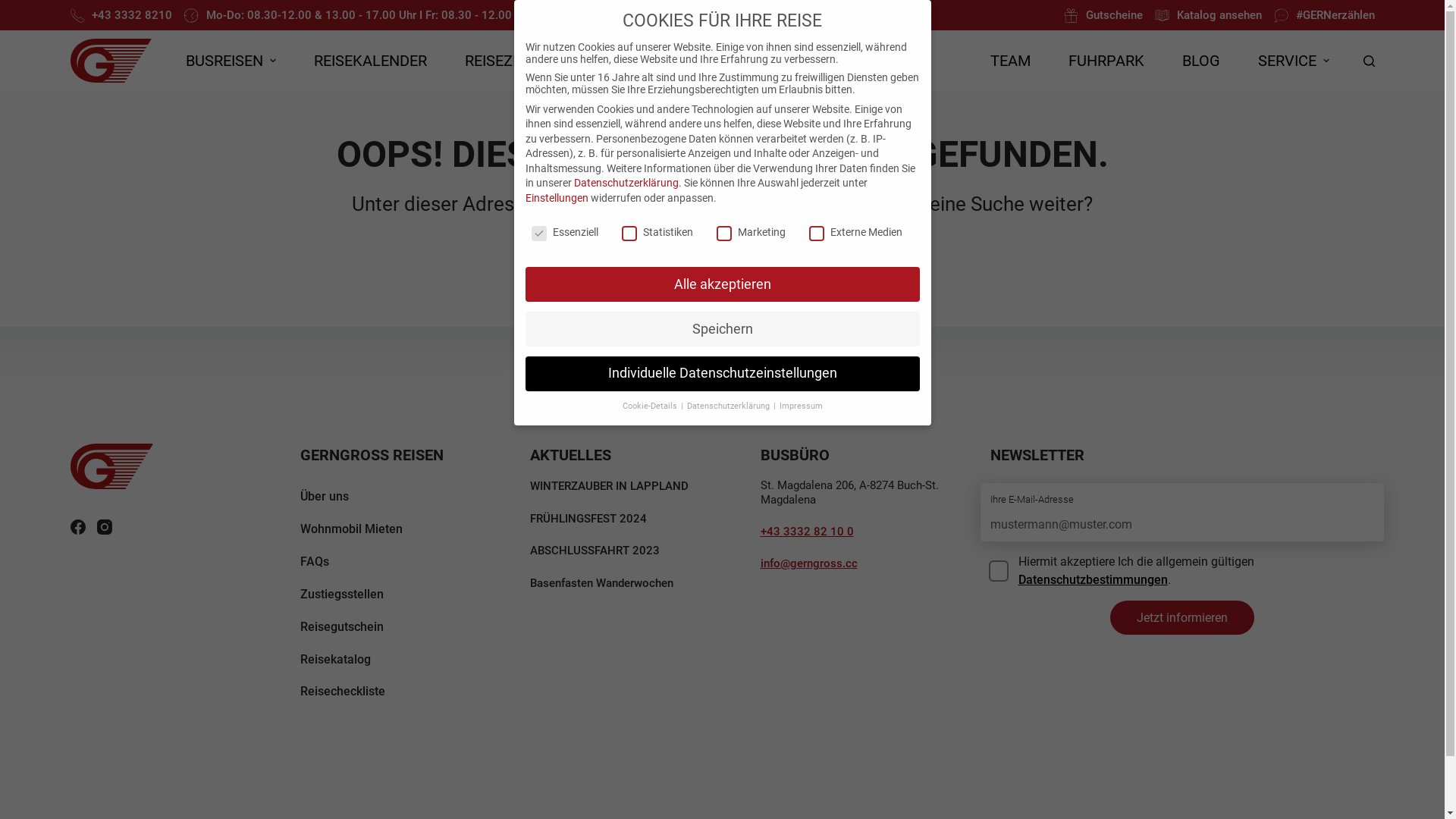 Image resolution: width=1456 pixels, height=819 pixels. I want to click on 'Reisekatalog', so click(334, 658).